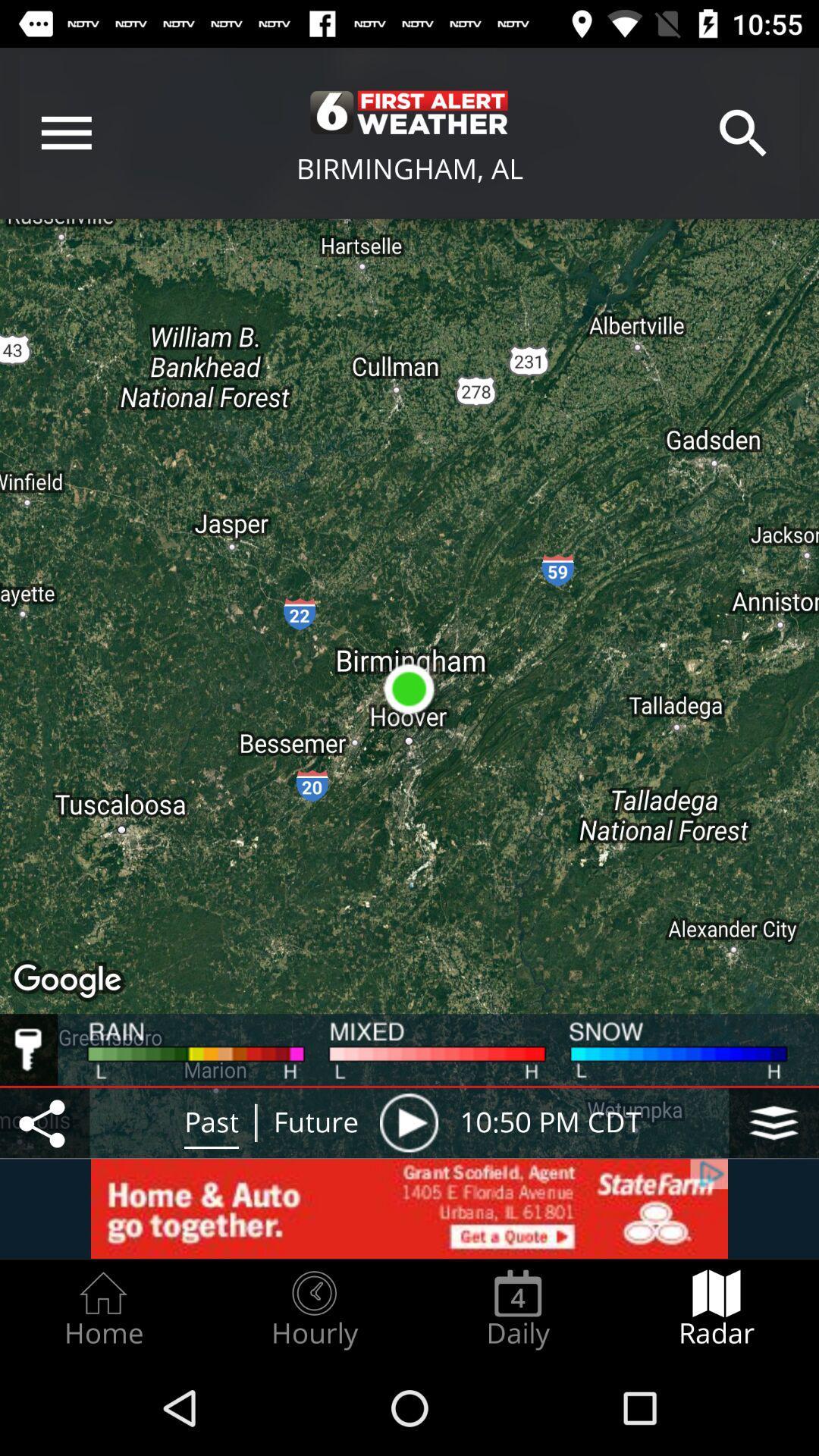  I want to click on the hourly radio button, so click(313, 1309).